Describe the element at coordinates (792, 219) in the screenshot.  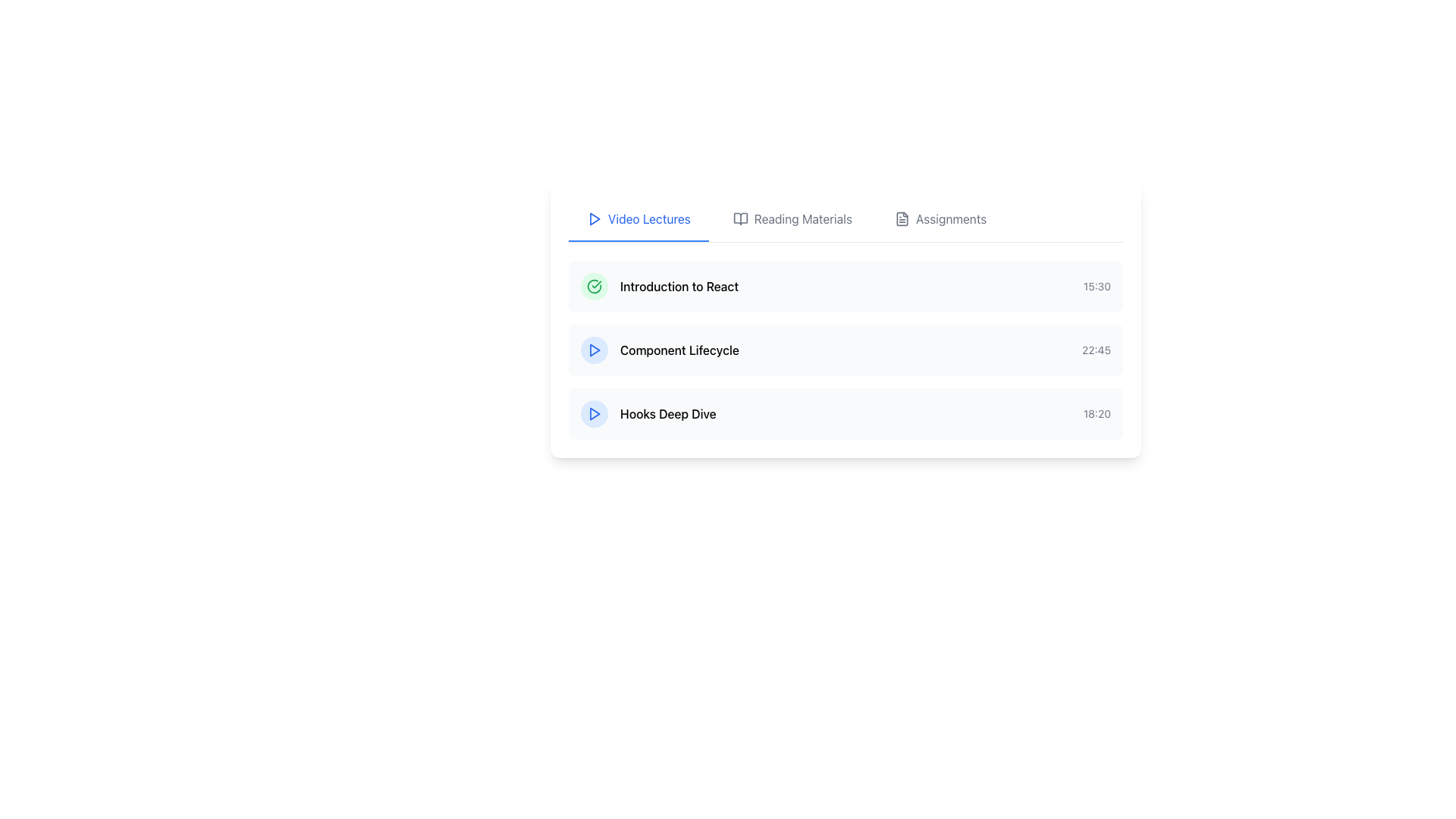
I see `the 'Reading Materials' navigation tab` at that location.